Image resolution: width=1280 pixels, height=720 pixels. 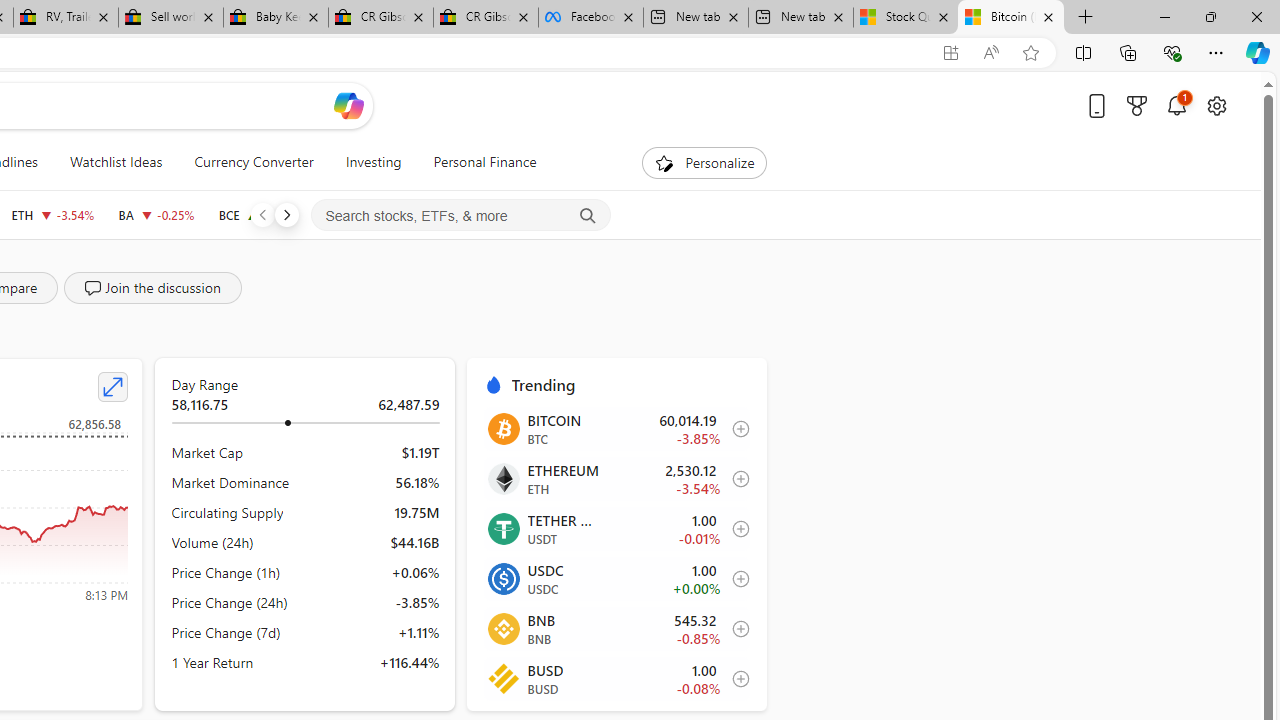 What do you see at coordinates (373, 162) in the screenshot?
I see `'Investing'` at bounding box center [373, 162].